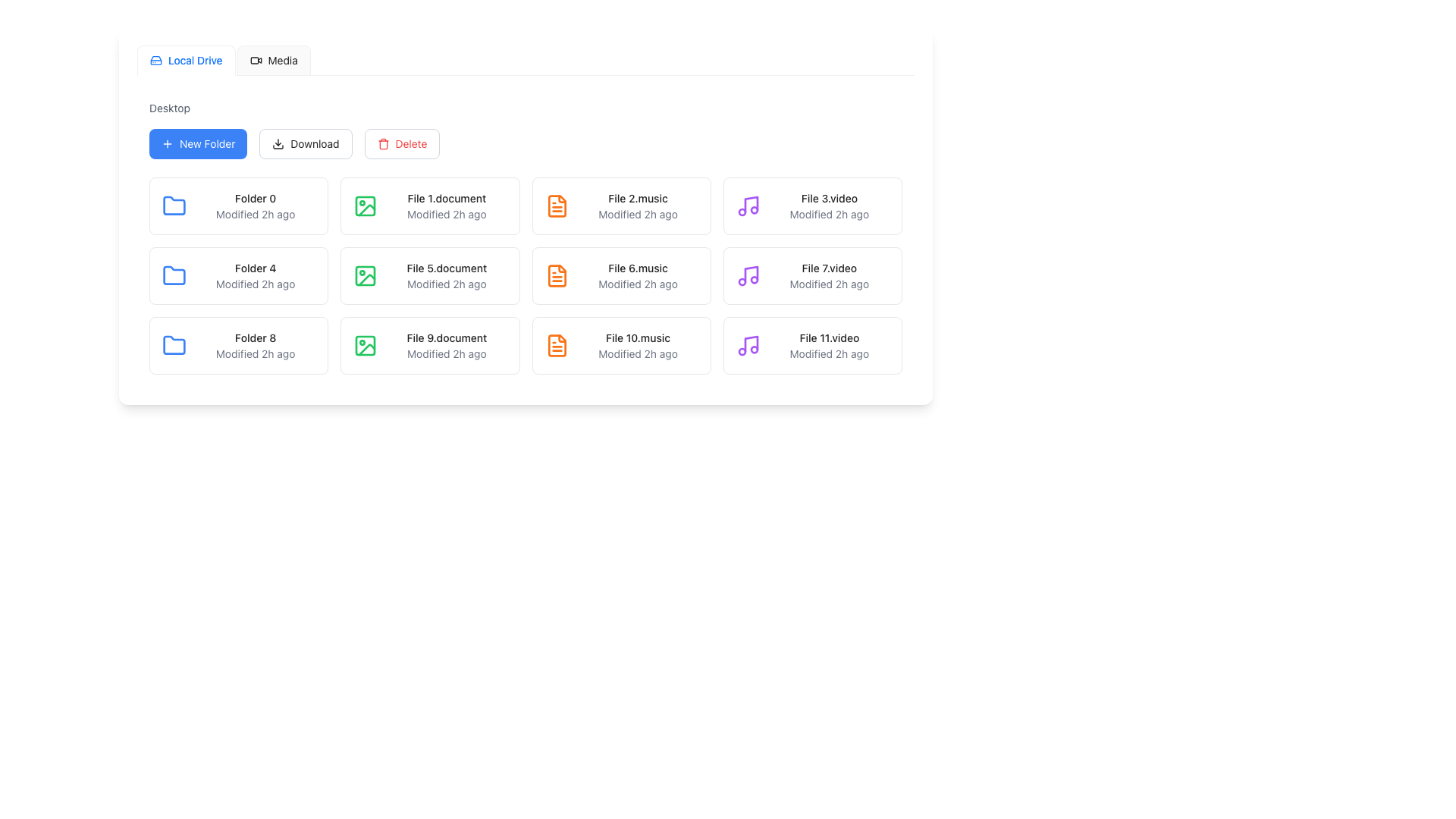  Describe the element at coordinates (621, 206) in the screenshot. I see `the button labeled 'File 2.music'` at that location.